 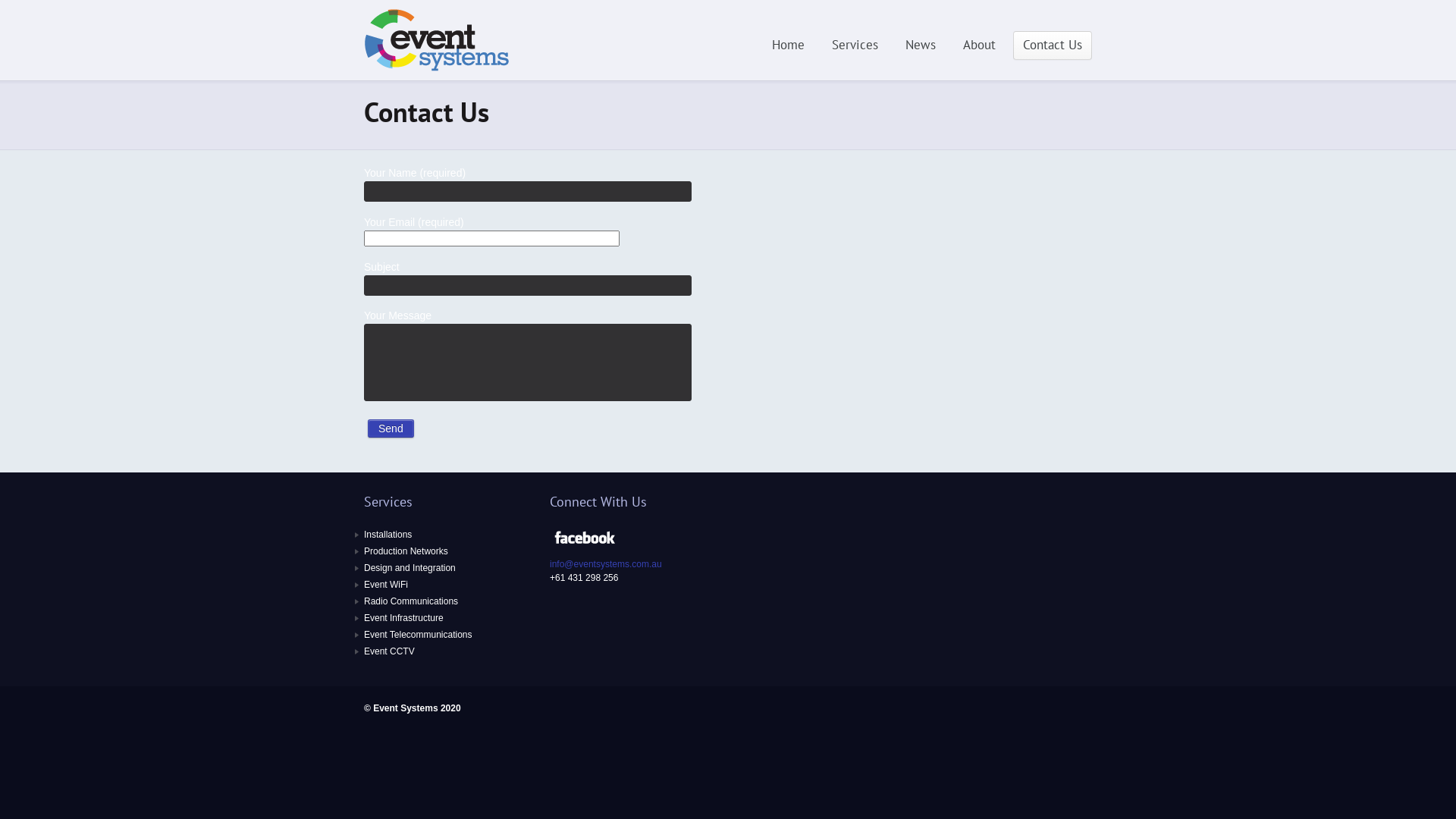 What do you see at coordinates (761, 45) in the screenshot?
I see `'Home'` at bounding box center [761, 45].